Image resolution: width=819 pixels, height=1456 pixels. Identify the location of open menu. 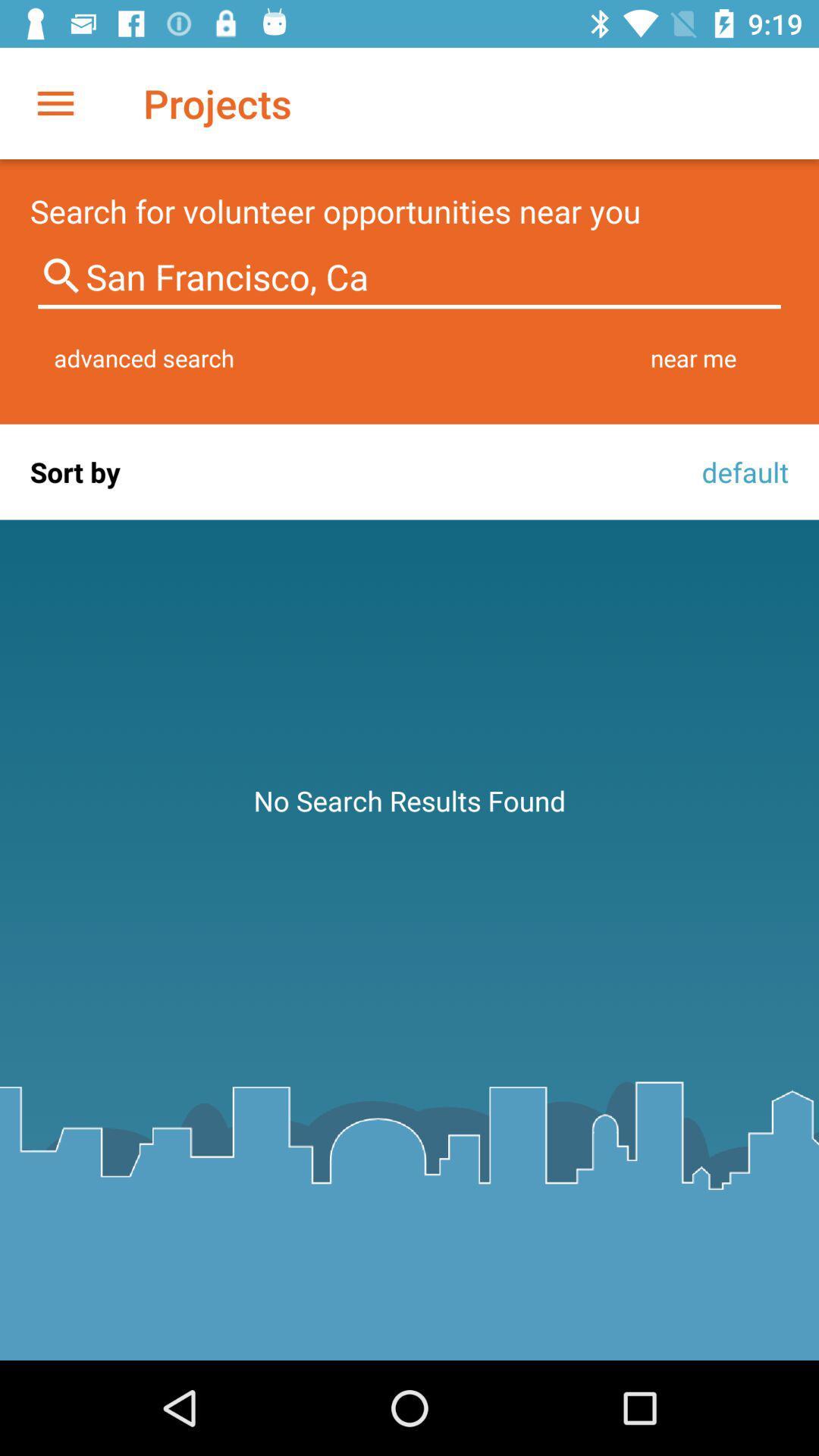
(55, 102).